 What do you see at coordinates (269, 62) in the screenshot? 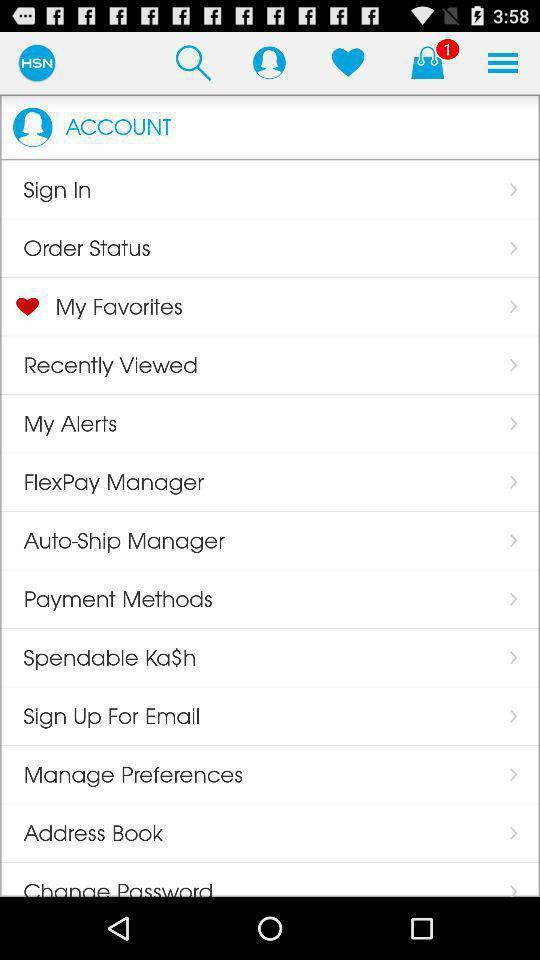
I see `account information` at bounding box center [269, 62].